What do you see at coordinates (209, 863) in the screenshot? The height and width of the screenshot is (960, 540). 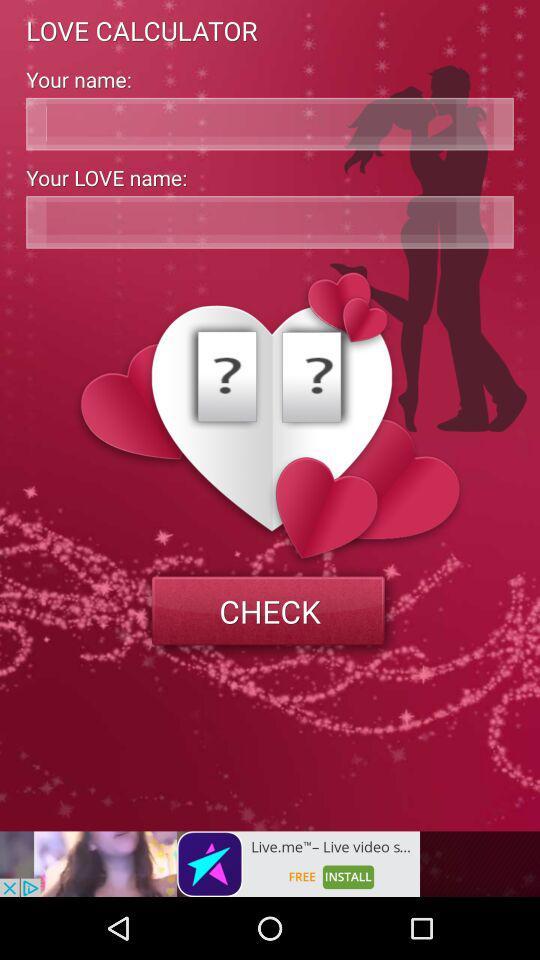 I see `install the option` at bounding box center [209, 863].